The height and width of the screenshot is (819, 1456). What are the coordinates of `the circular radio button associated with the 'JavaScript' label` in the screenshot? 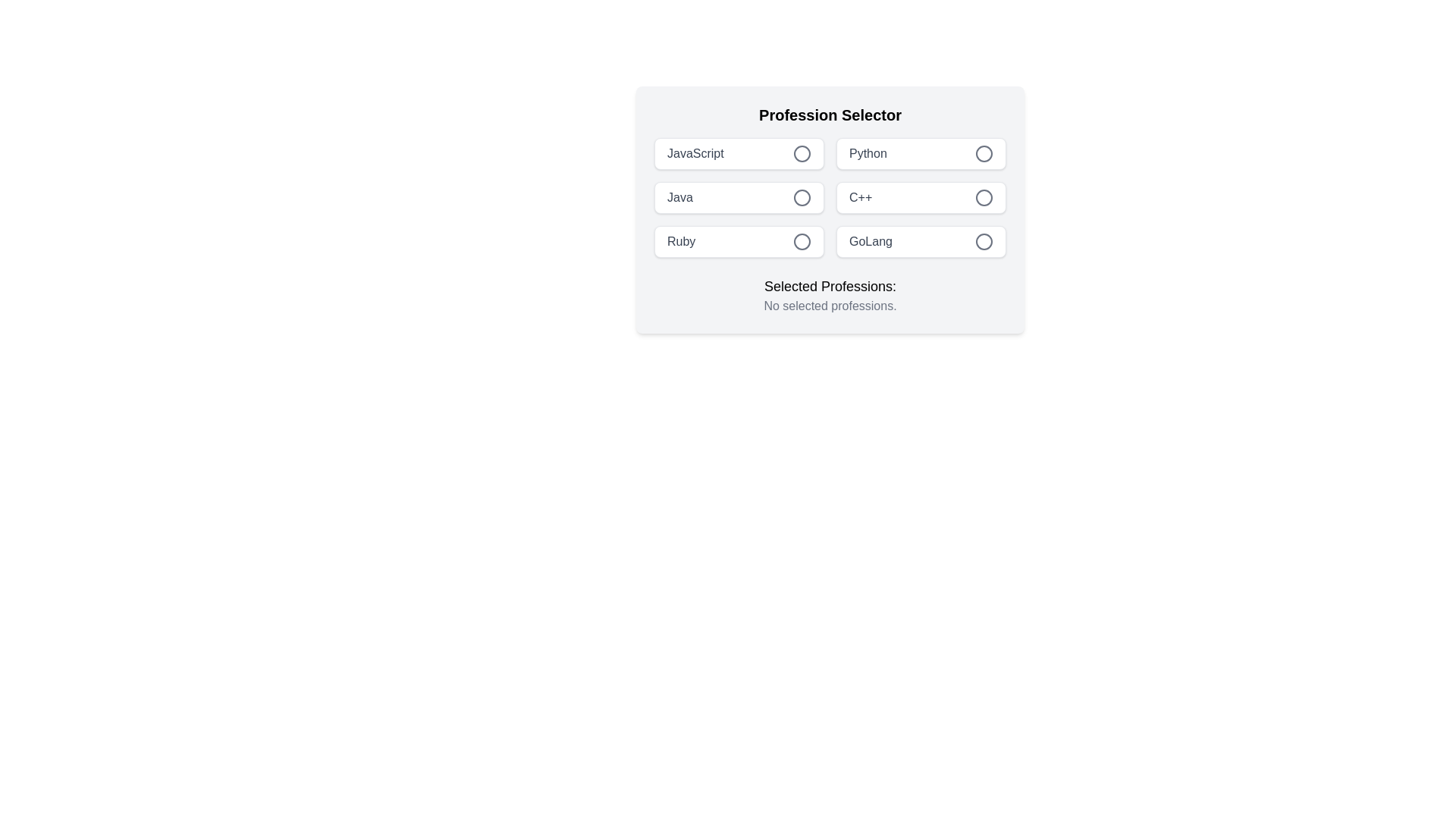 It's located at (801, 154).